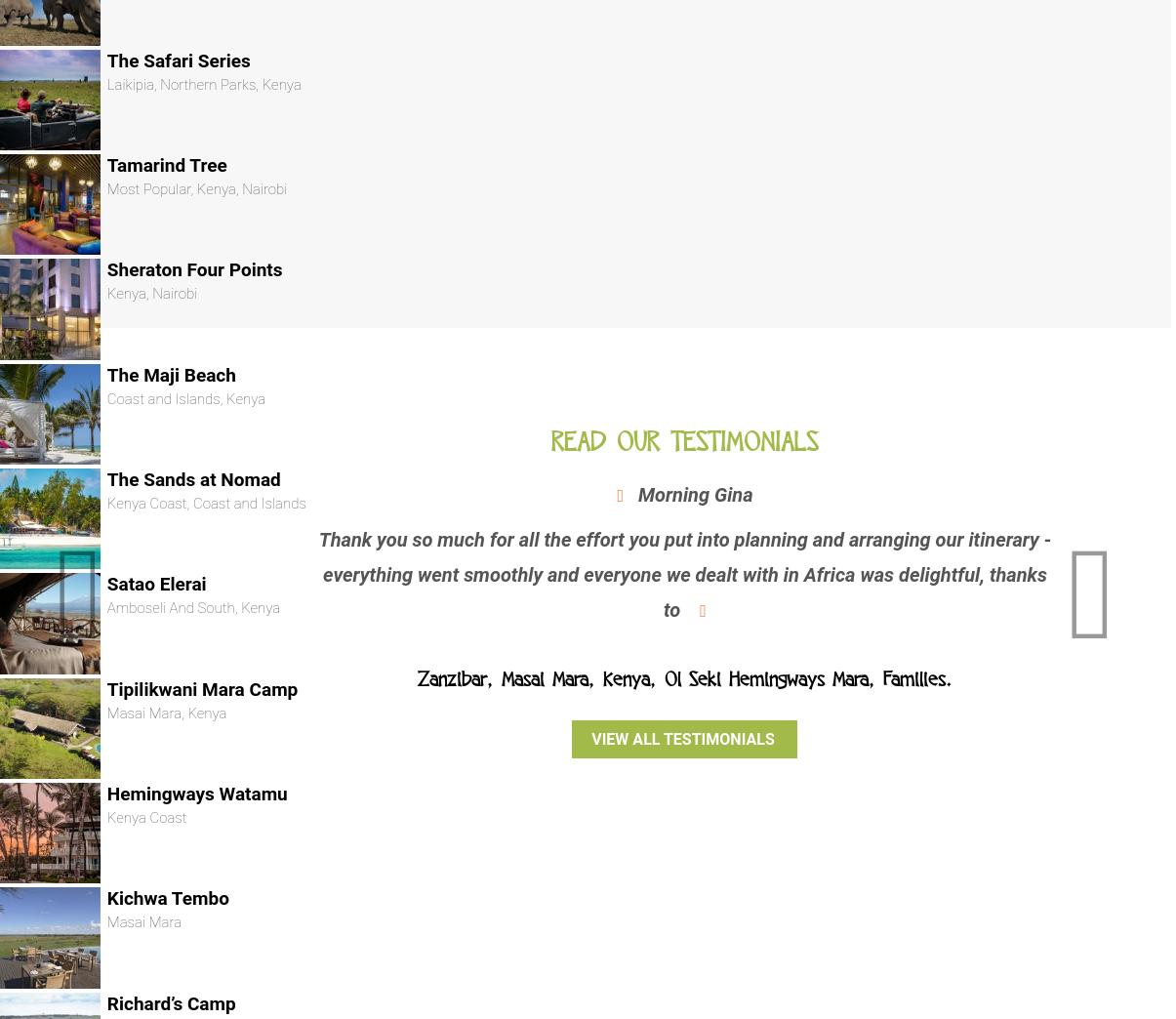  I want to click on 'View all testimonials', so click(682, 738).